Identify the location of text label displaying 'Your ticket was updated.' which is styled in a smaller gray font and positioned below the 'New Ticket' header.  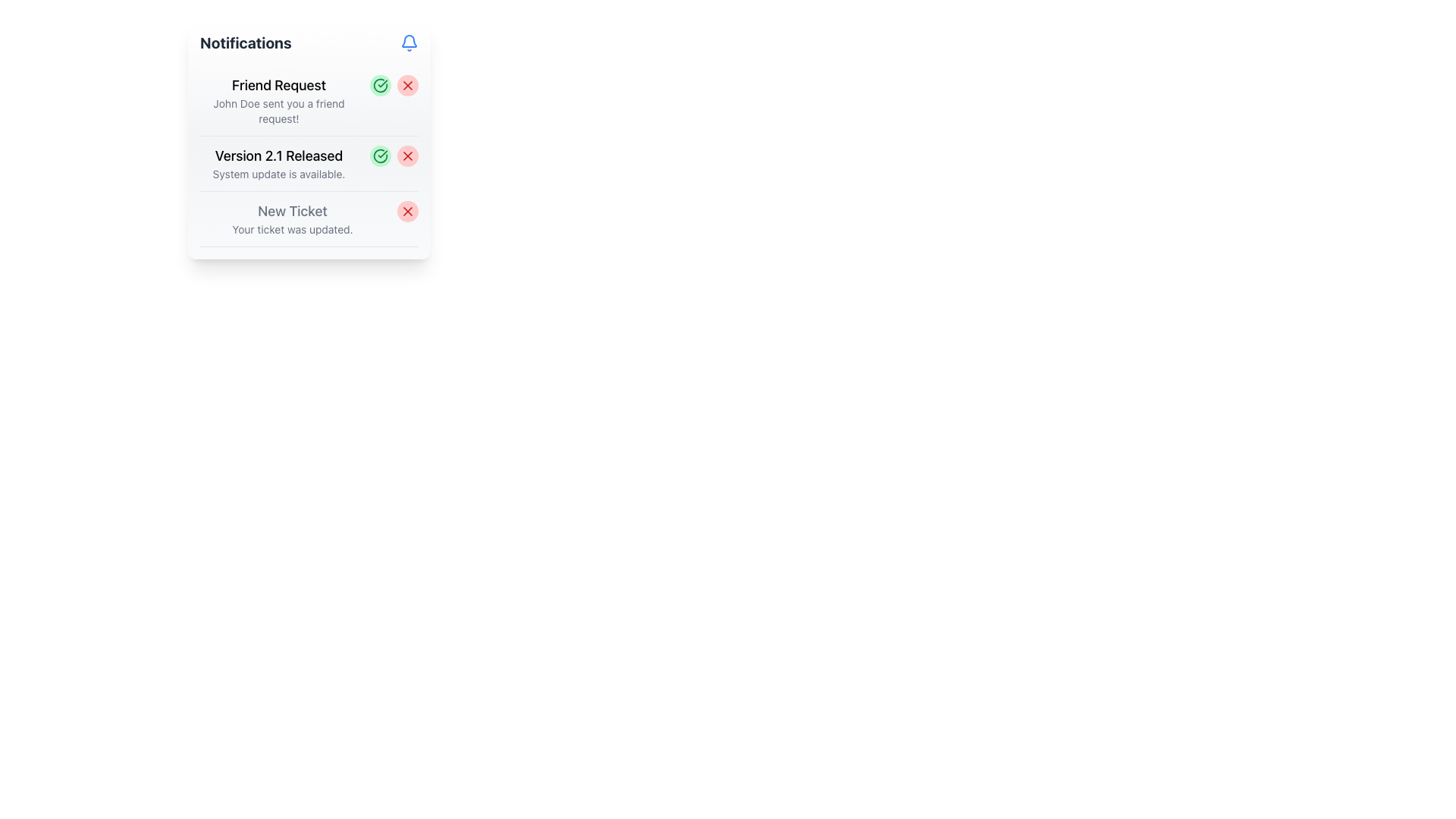
(292, 230).